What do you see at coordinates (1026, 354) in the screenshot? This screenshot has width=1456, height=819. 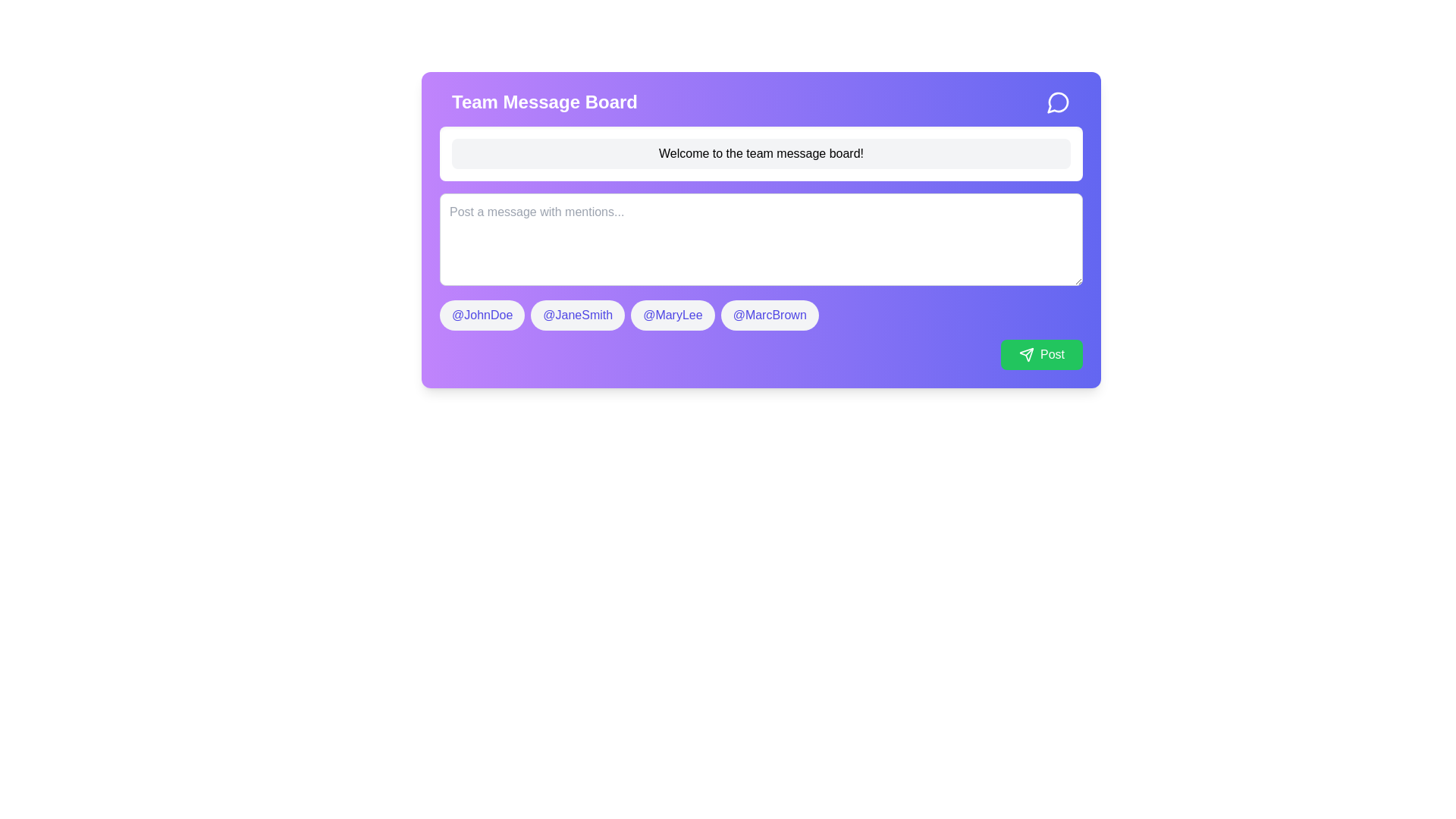 I see `the paper plane icon on the green 'Post' button located in the bottom-right corner of the purple panel` at bounding box center [1026, 354].